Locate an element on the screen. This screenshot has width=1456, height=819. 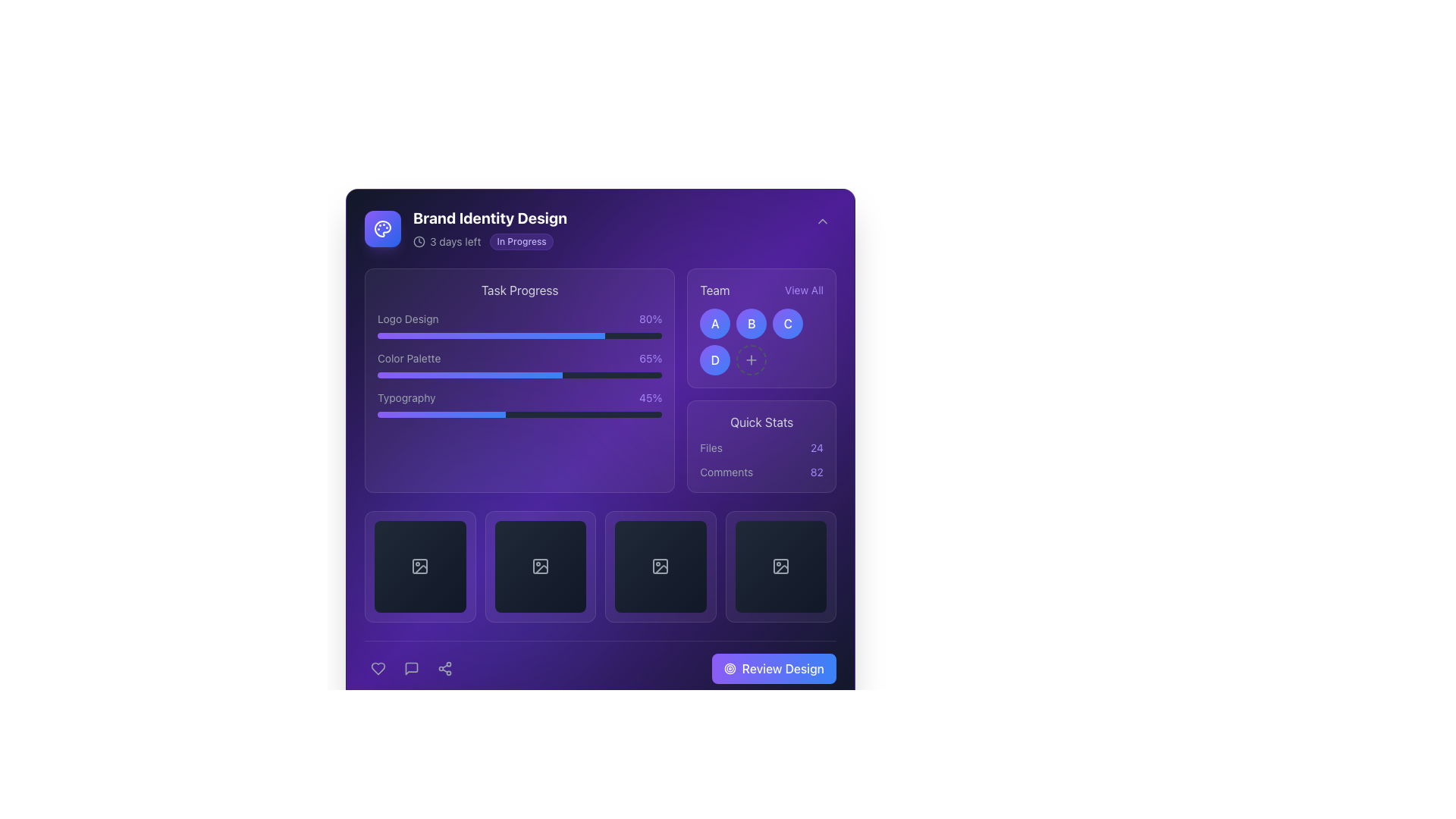
the third placeholder icon representing a mountain and sun/moon, located in the bottom section of the interface is located at coordinates (661, 570).